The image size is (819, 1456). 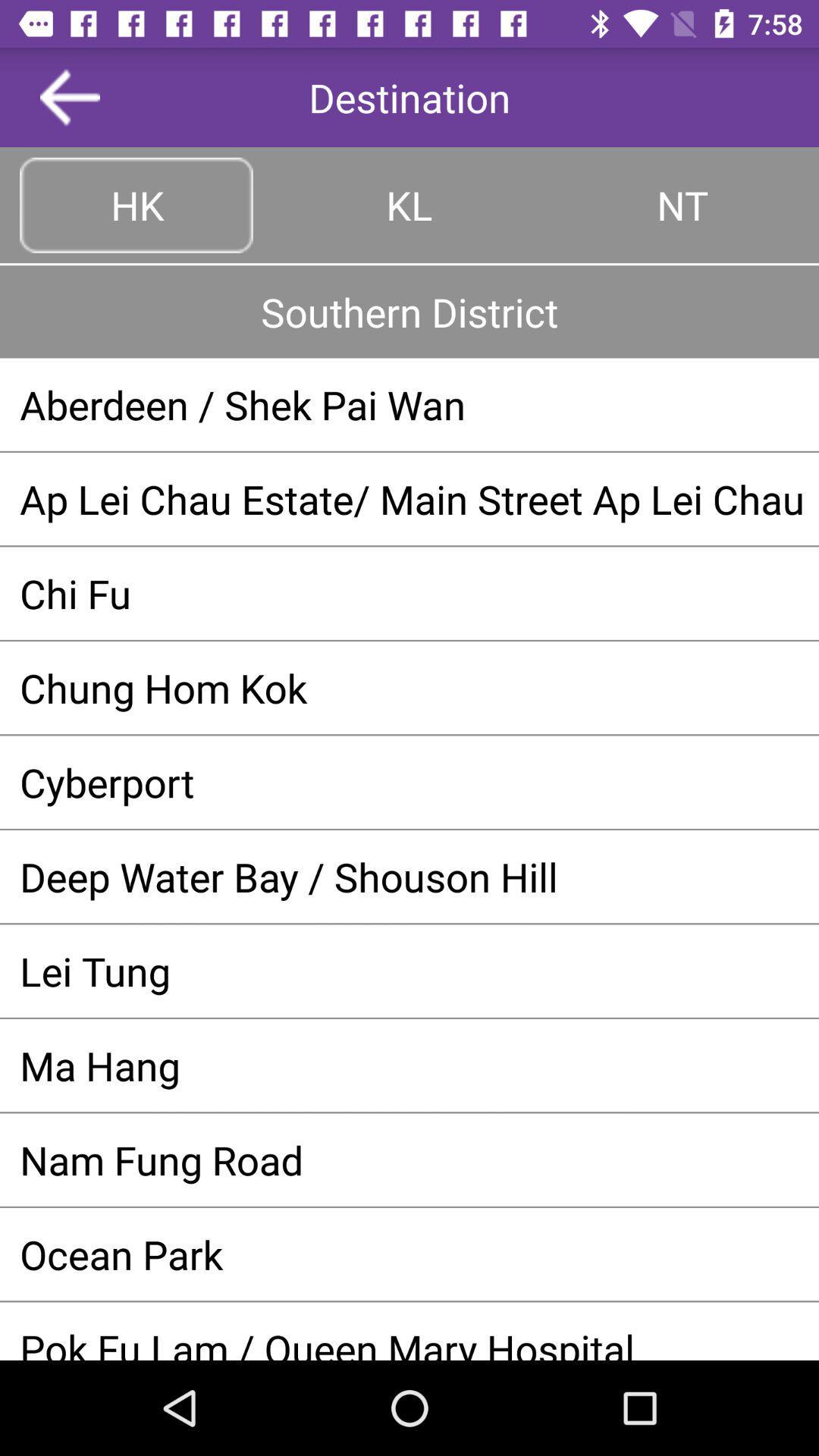 What do you see at coordinates (70, 96) in the screenshot?
I see `item to the left of the destination` at bounding box center [70, 96].